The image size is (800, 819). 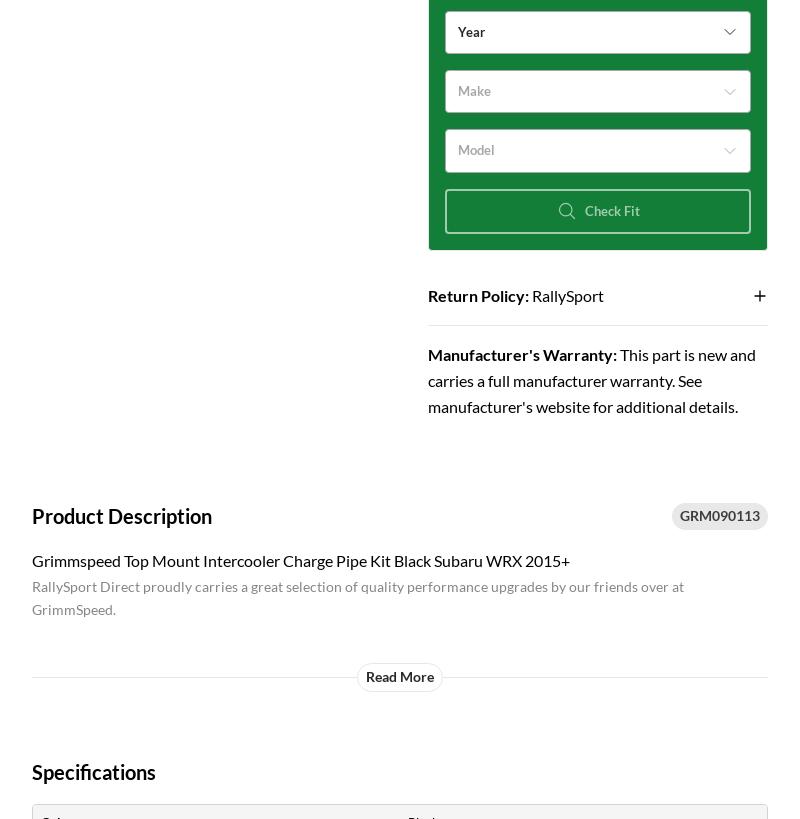 What do you see at coordinates (212, 440) in the screenshot?
I see `'Sign Up'` at bounding box center [212, 440].